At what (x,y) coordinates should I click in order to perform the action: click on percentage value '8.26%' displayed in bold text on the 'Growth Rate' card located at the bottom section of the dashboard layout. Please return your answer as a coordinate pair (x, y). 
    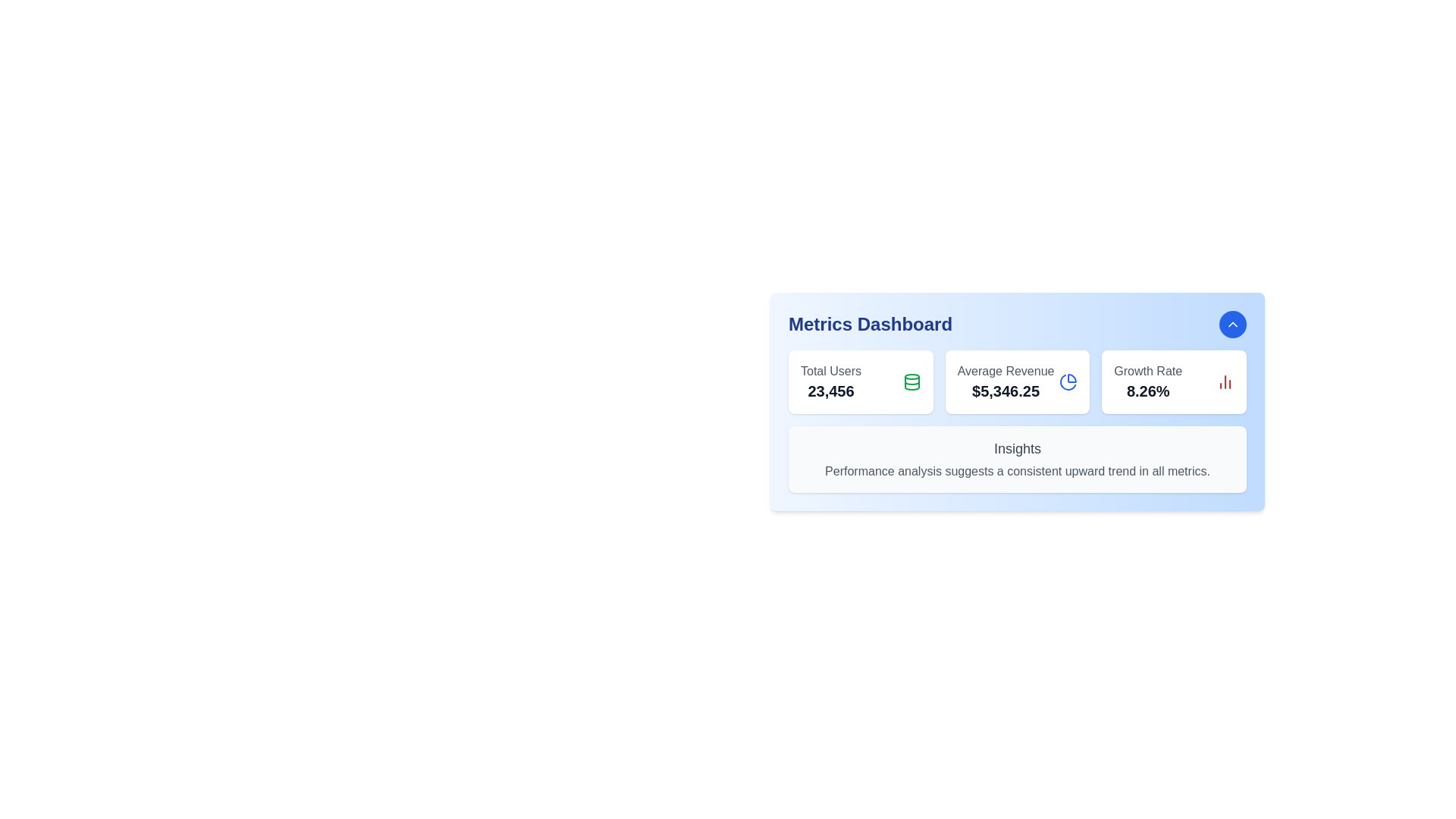
    Looking at the image, I should click on (1148, 391).